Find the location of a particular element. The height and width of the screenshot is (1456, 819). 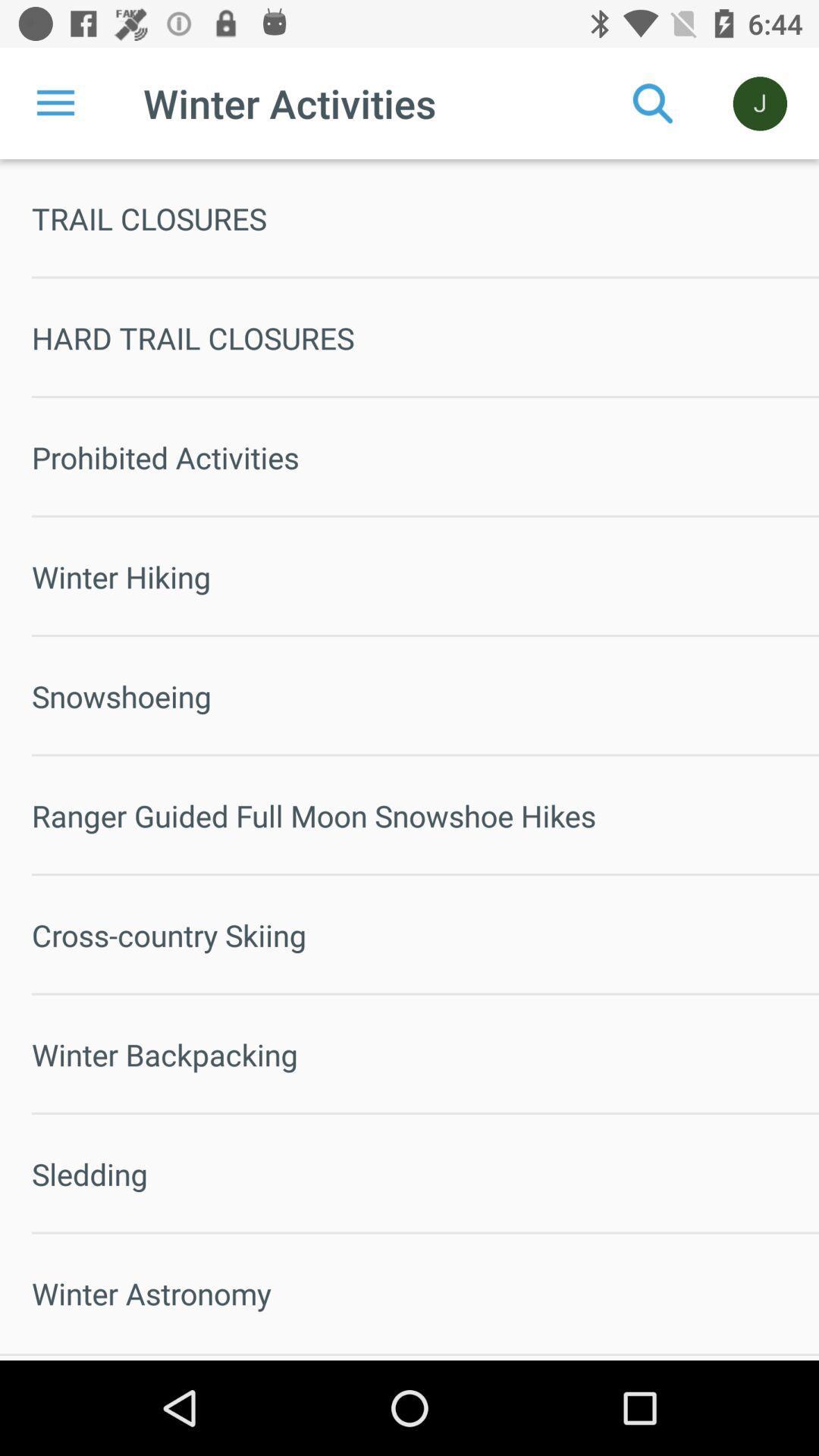

the icon above trail closures icon is located at coordinates (760, 102).